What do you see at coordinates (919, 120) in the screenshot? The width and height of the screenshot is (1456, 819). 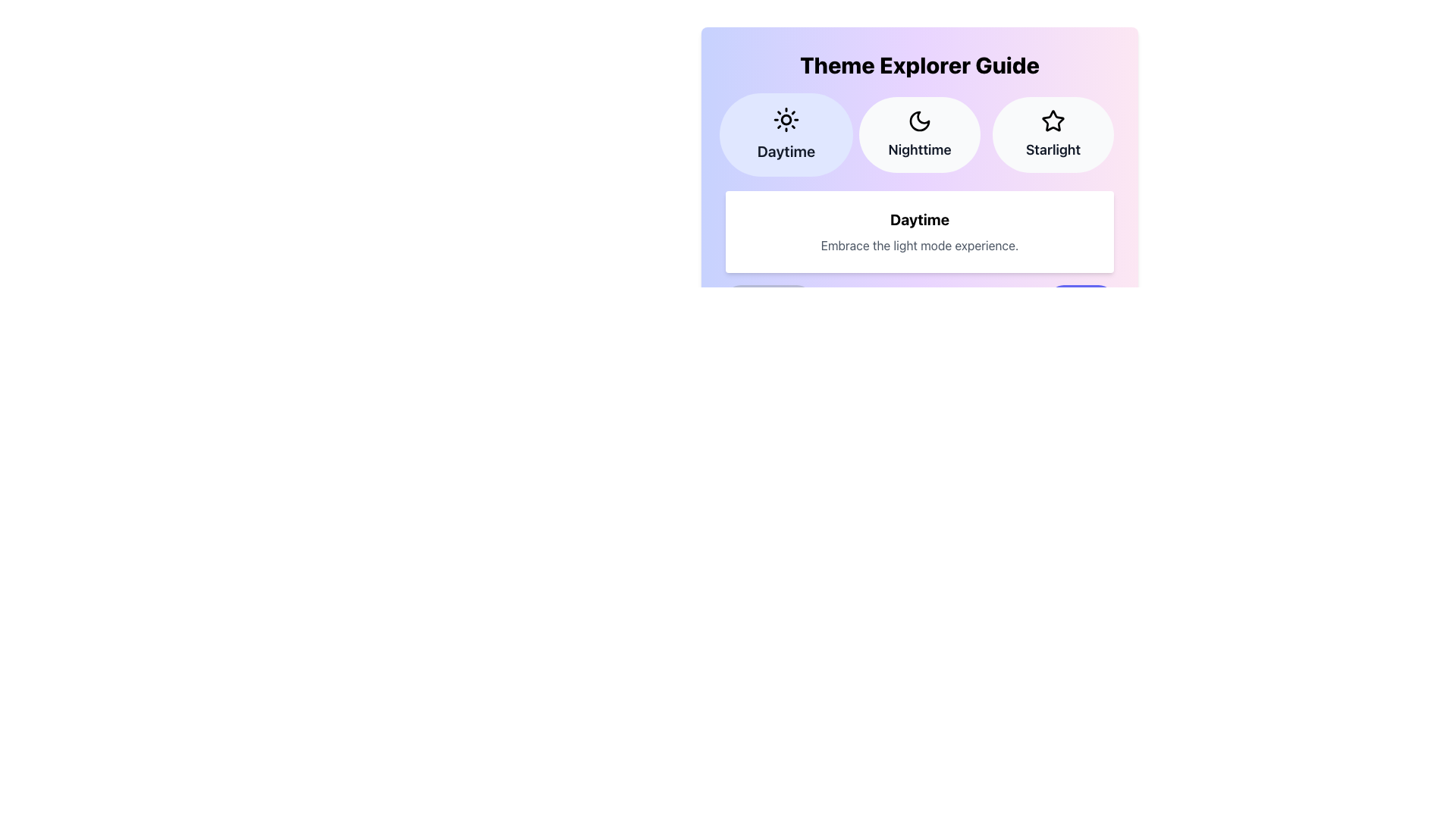 I see `the crescent moon icon in the theme selector` at bounding box center [919, 120].